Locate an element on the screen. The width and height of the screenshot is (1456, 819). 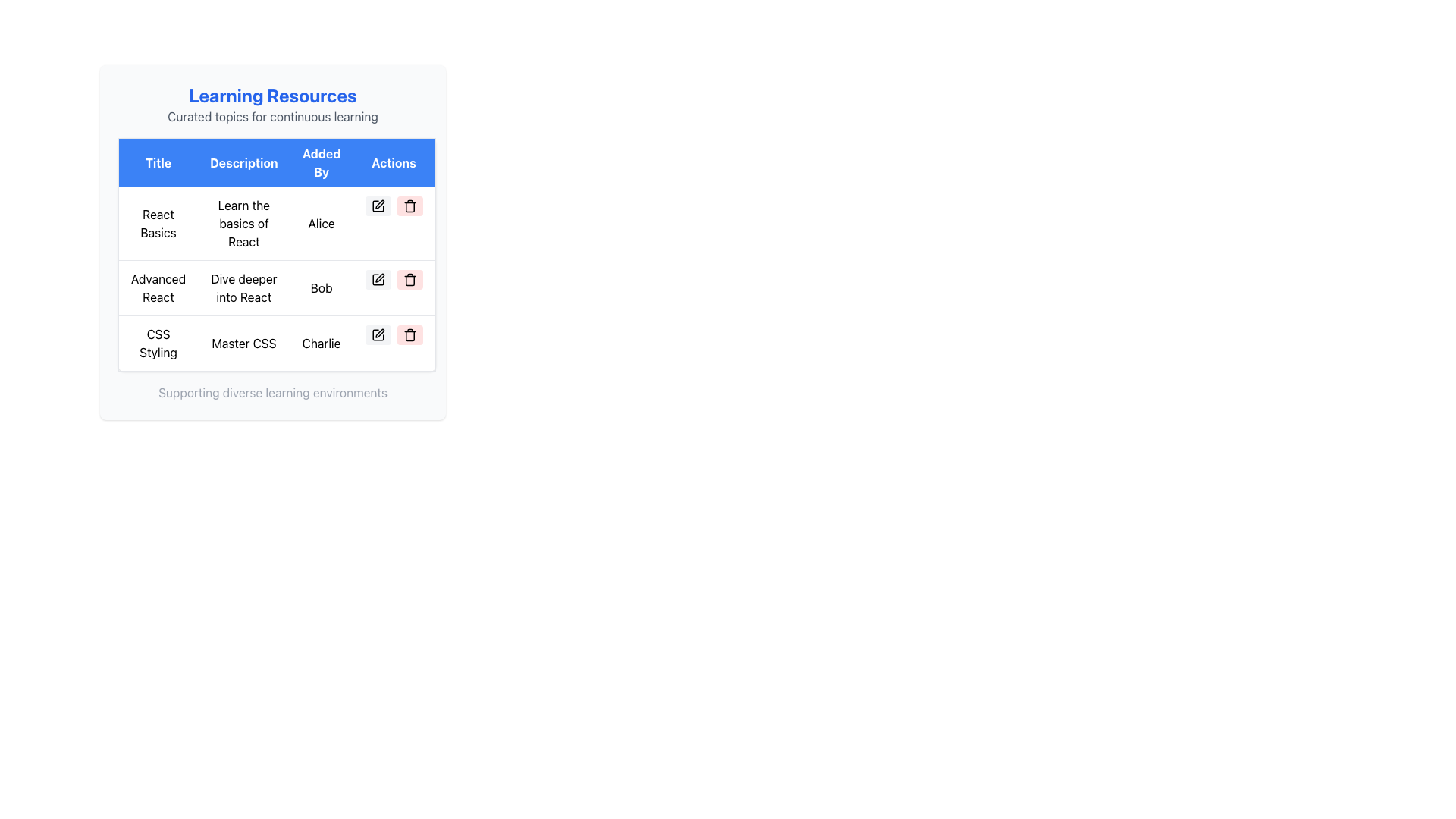
the editing tool icon located in the 'Actions' column of the third row in the 'Learning Resources' table is located at coordinates (379, 332).